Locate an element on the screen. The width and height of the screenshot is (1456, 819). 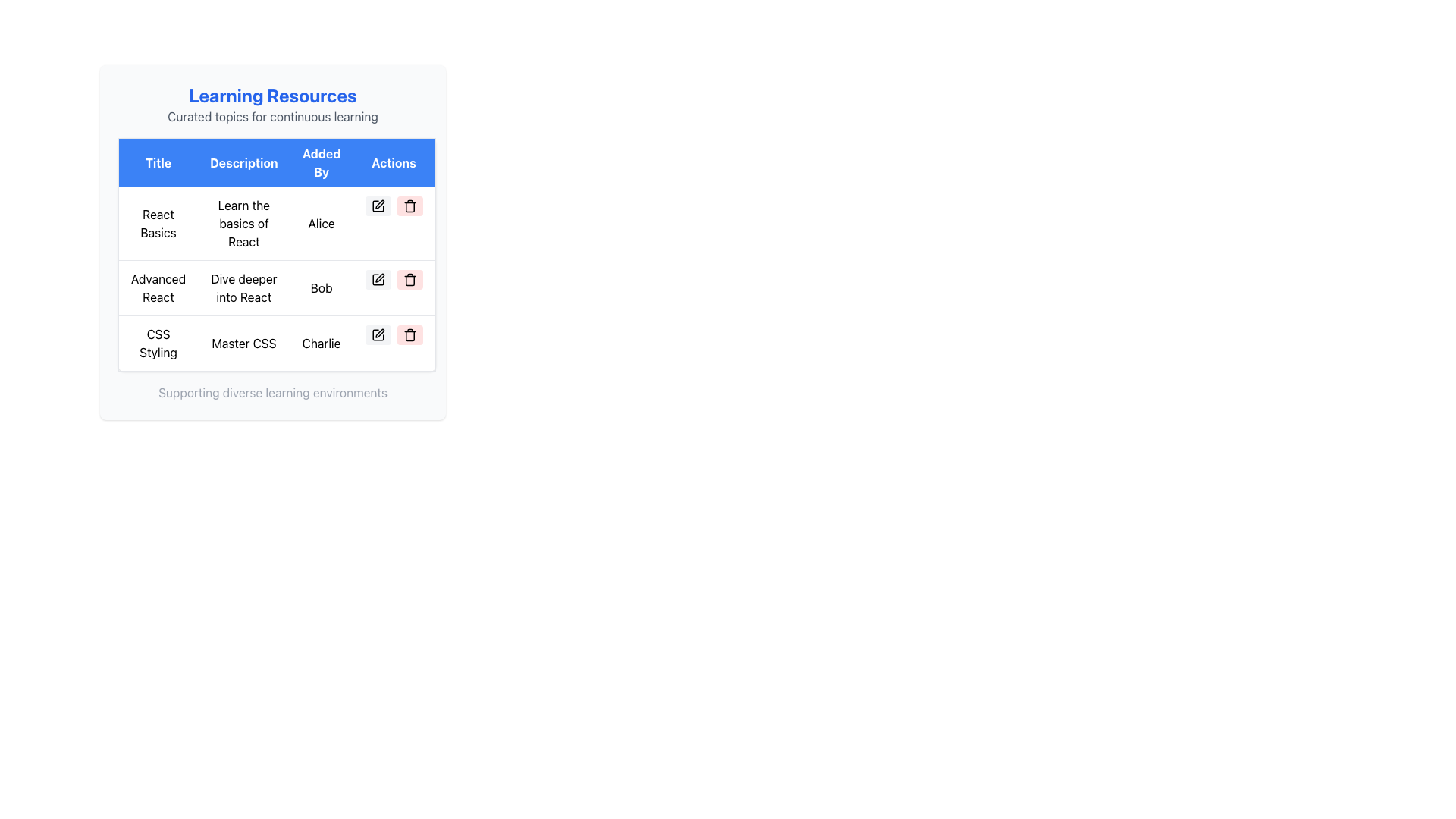
the editing tool icon located in the 'Actions' column of the third row in the 'Learning Resources' table is located at coordinates (379, 332).